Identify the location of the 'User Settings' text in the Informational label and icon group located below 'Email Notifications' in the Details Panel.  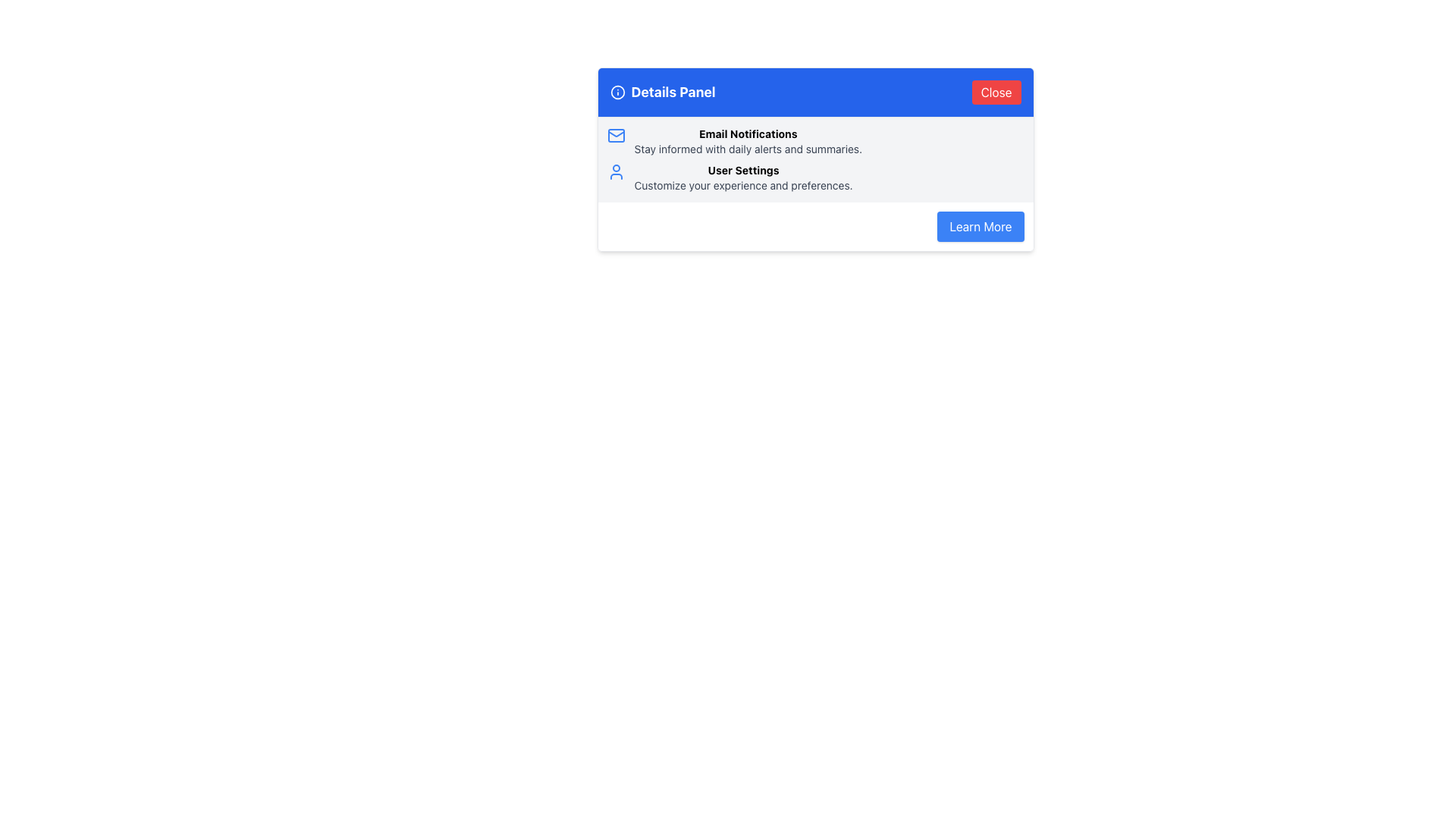
(814, 177).